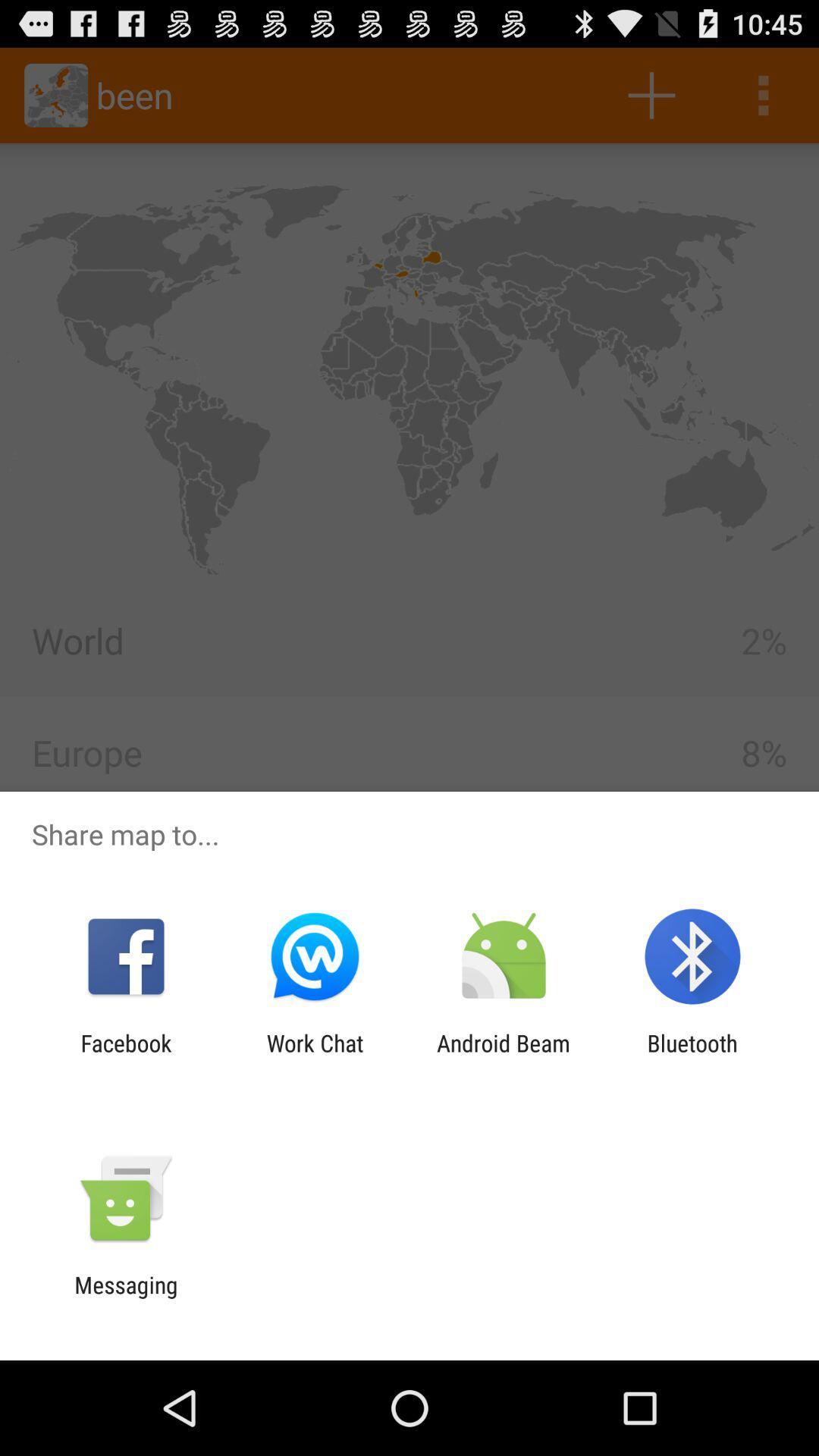 Image resolution: width=819 pixels, height=1456 pixels. Describe the element at coordinates (692, 1056) in the screenshot. I see `the icon next to android beam icon` at that location.